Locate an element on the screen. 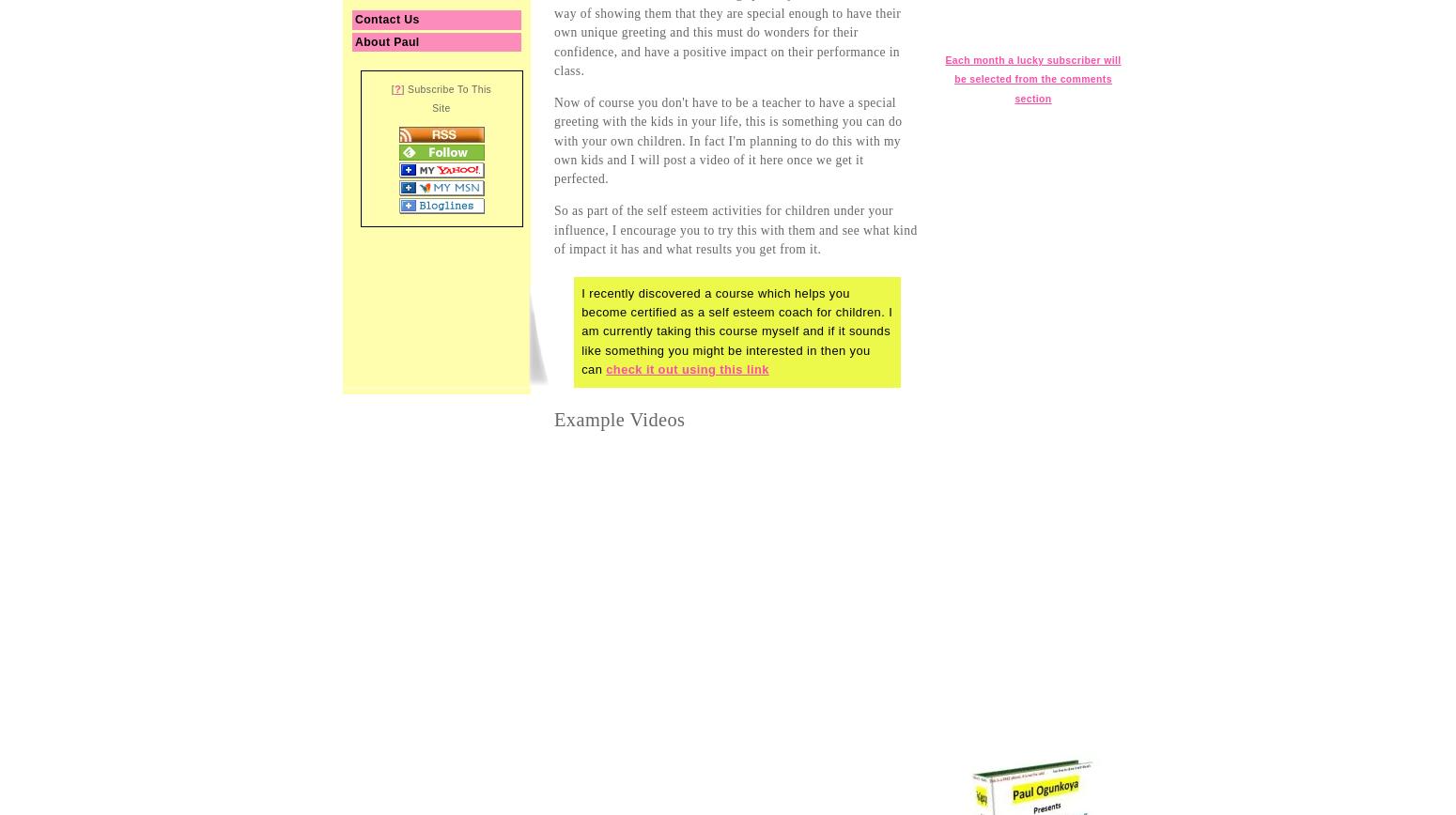  'About Paul' is located at coordinates (386, 41).